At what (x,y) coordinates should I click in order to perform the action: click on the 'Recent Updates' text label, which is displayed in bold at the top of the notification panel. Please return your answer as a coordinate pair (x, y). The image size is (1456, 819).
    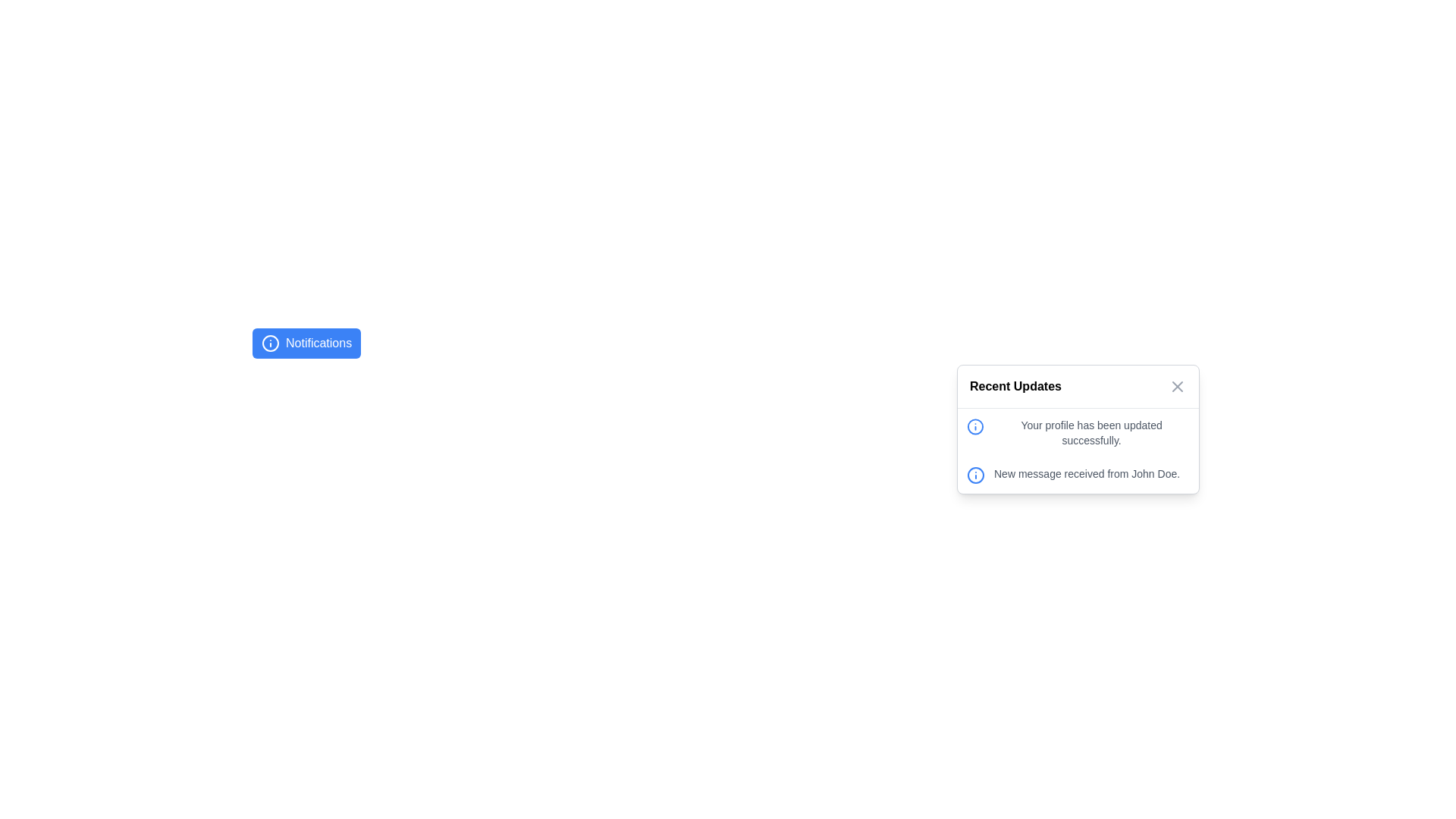
    Looking at the image, I should click on (1015, 385).